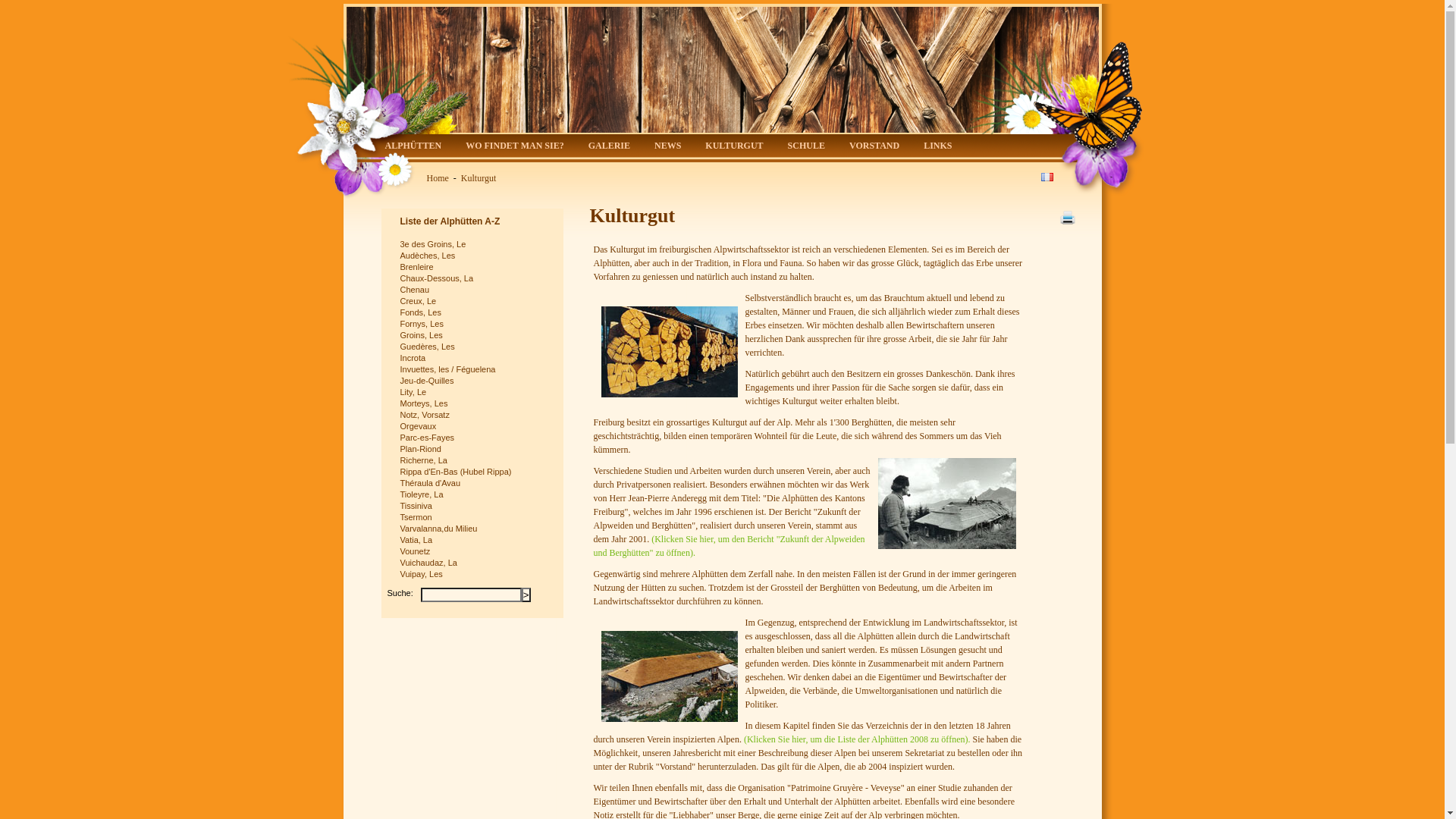 The width and height of the screenshot is (1456, 819). Describe the element at coordinates (473, 471) in the screenshot. I see `'Rippa d'En-Bas (Hubel Rippa)'` at that location.